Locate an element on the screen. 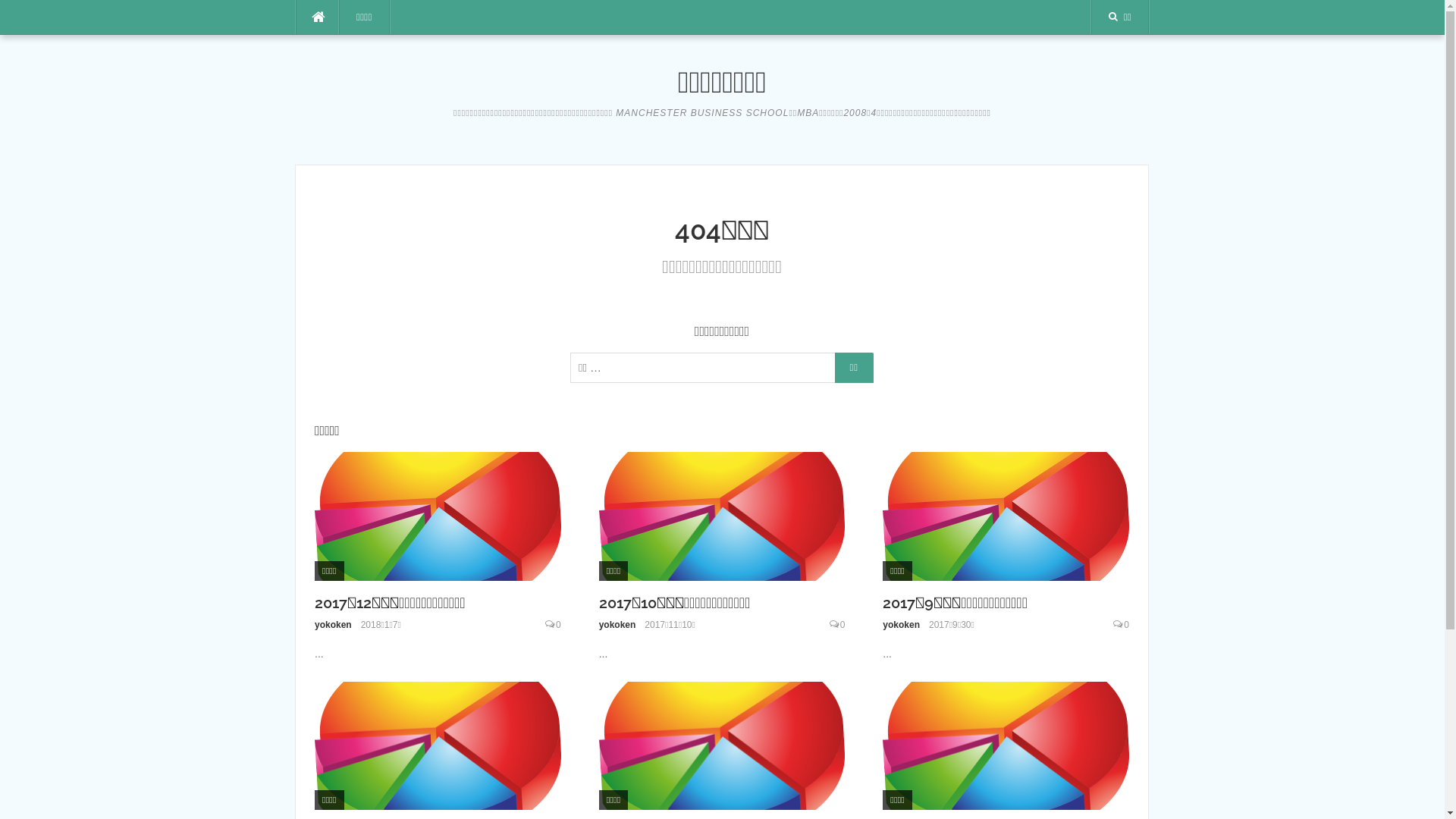  'yokoken' is located at coordinates (332, 625).